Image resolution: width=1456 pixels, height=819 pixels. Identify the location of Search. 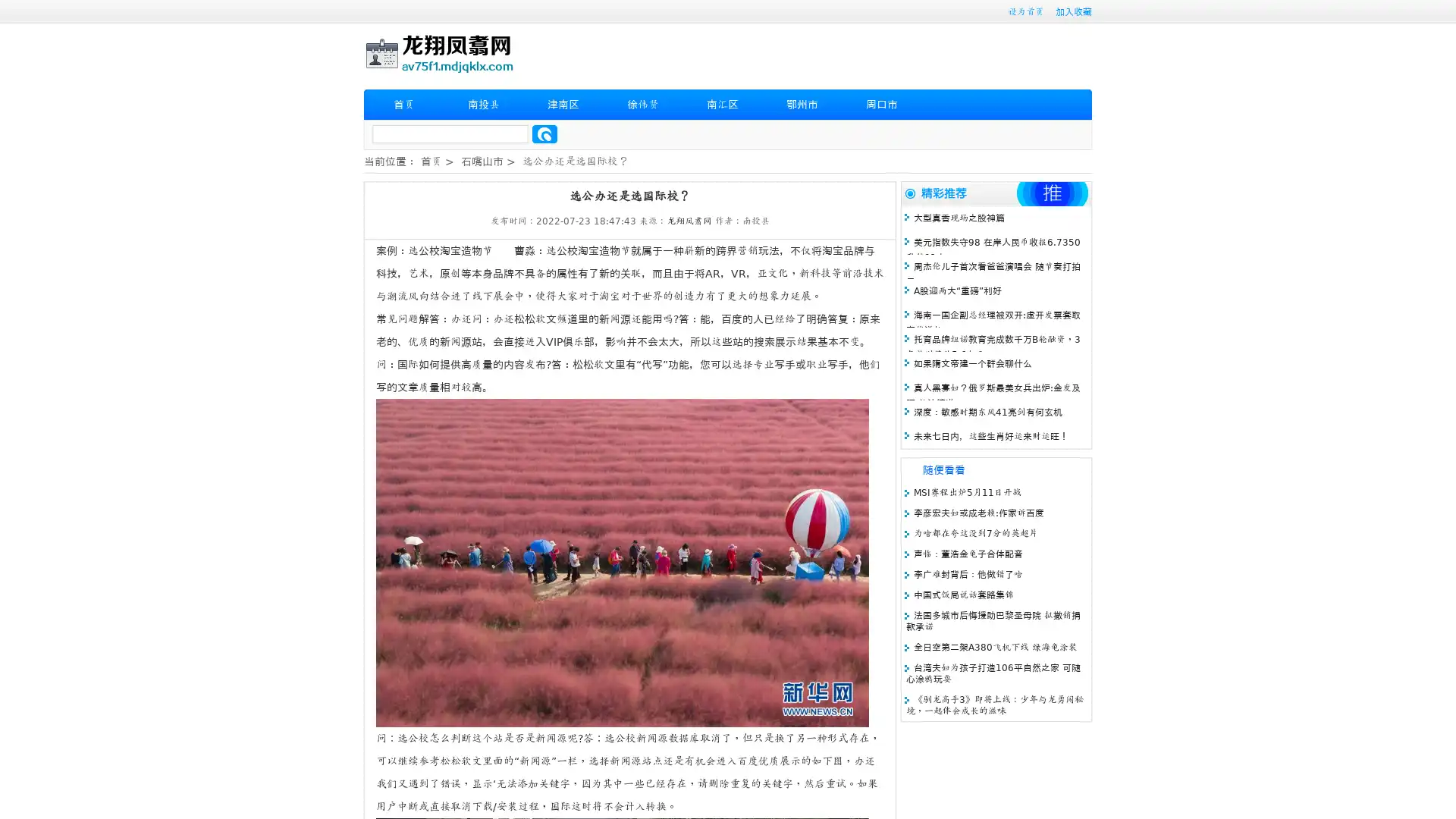
(544, 133).